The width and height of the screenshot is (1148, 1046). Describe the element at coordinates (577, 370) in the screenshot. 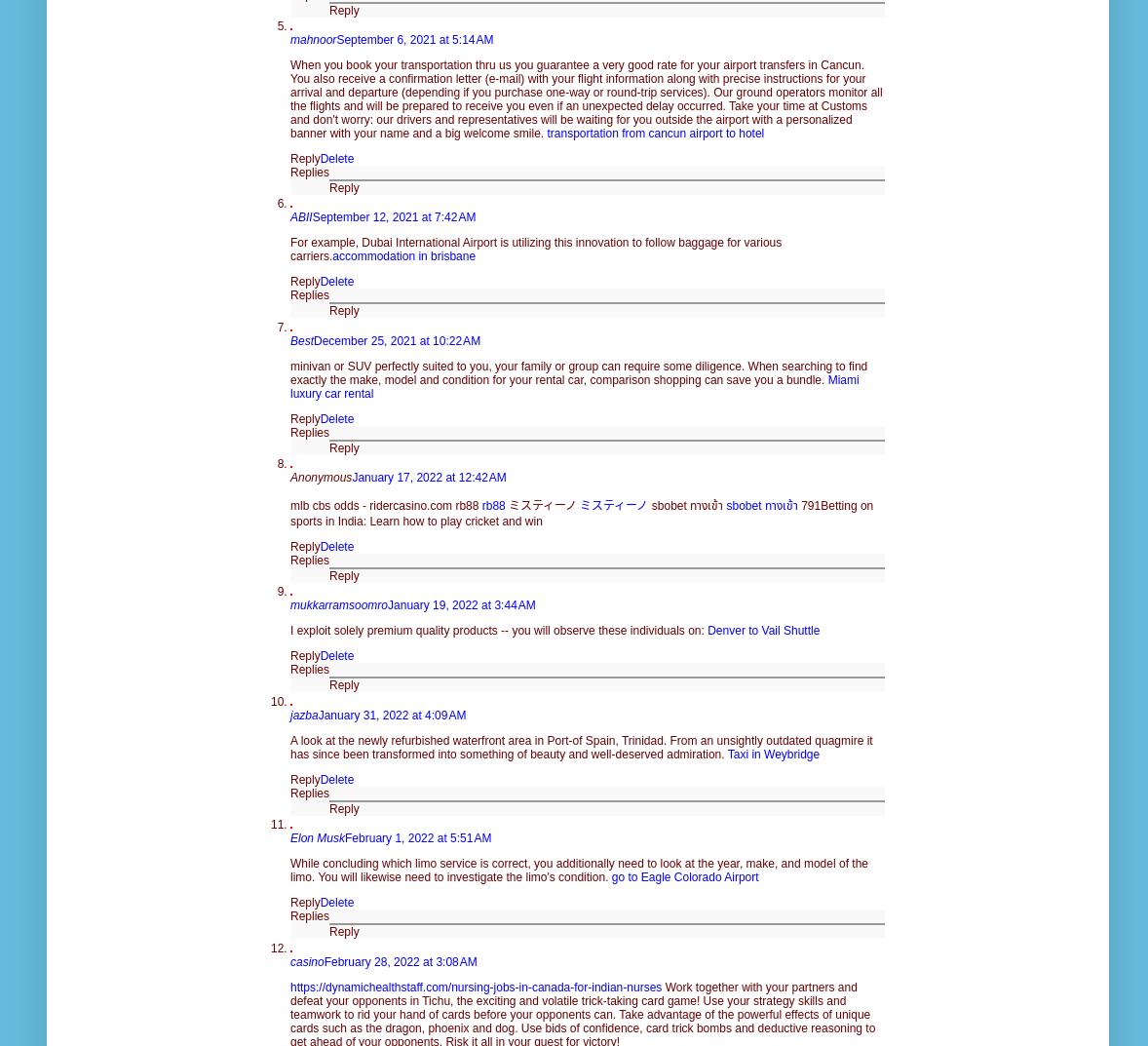

I see `'minivan or SUV perfectly suited to you, your family or group can require some diligence. When searching to find exactly the make, model and condition for your rental car, comparison shopping can save you a bundle.'` at that location.